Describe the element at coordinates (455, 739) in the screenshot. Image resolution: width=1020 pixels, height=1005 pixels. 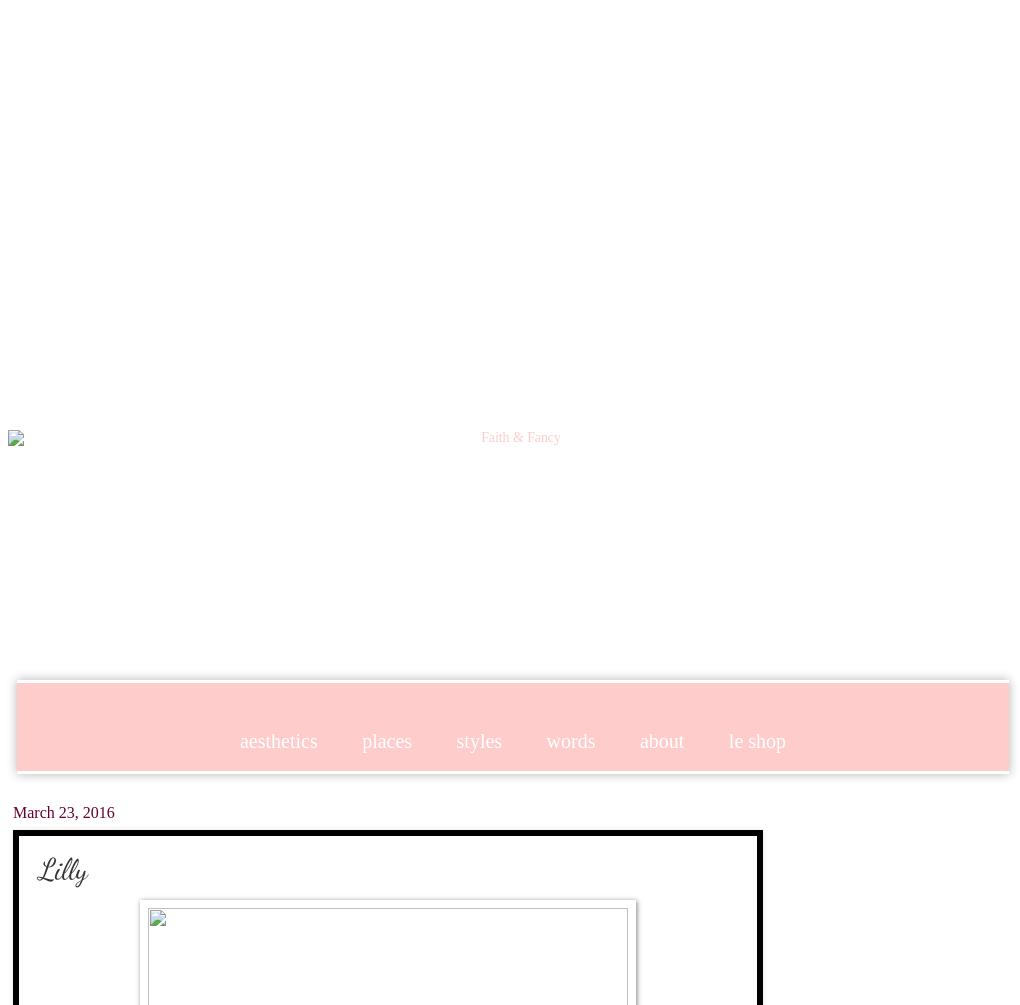
I see `'styles'` at that location.